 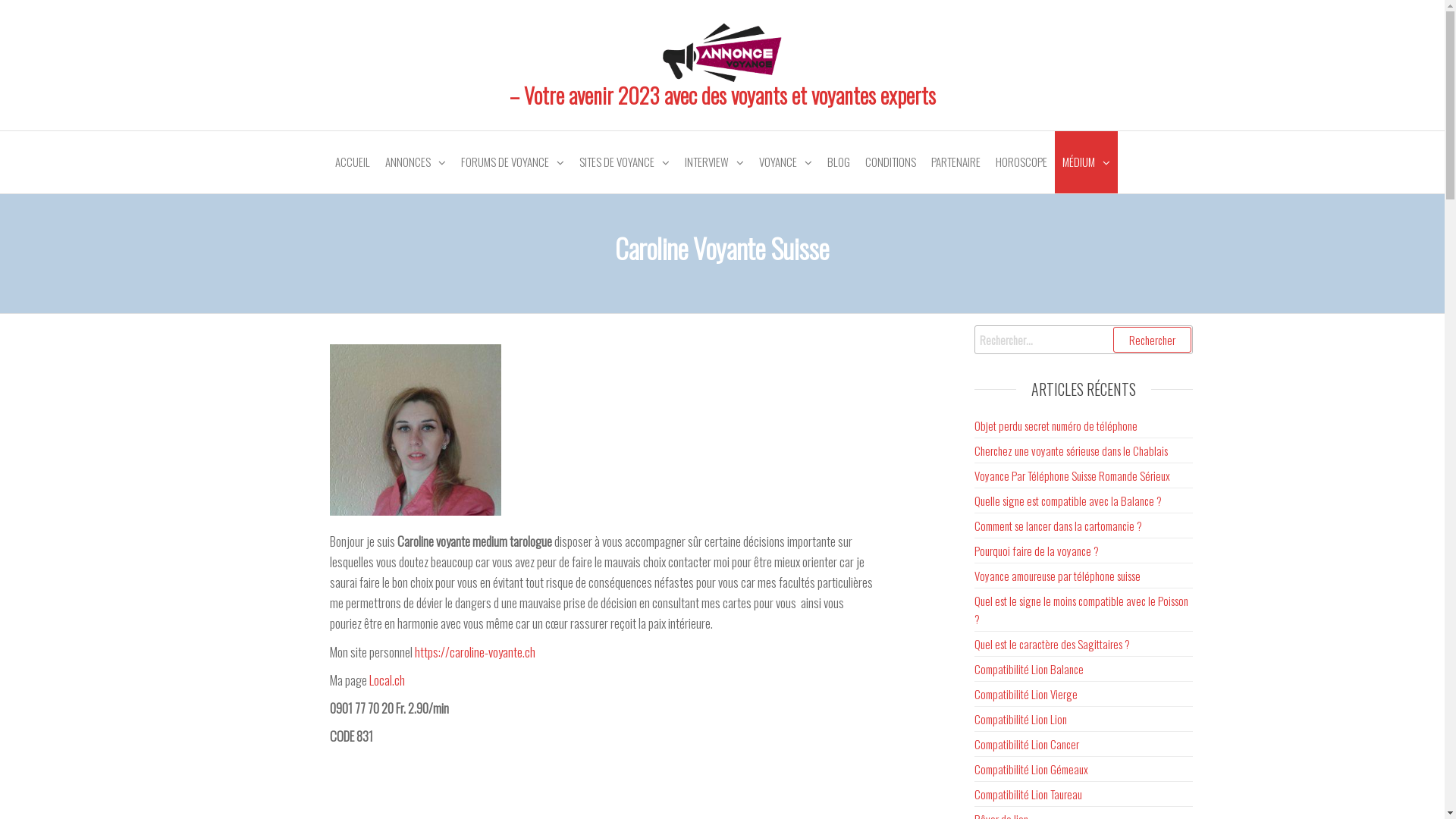 I want to click on 'CONDITIONS', so click(x=856, y=161).